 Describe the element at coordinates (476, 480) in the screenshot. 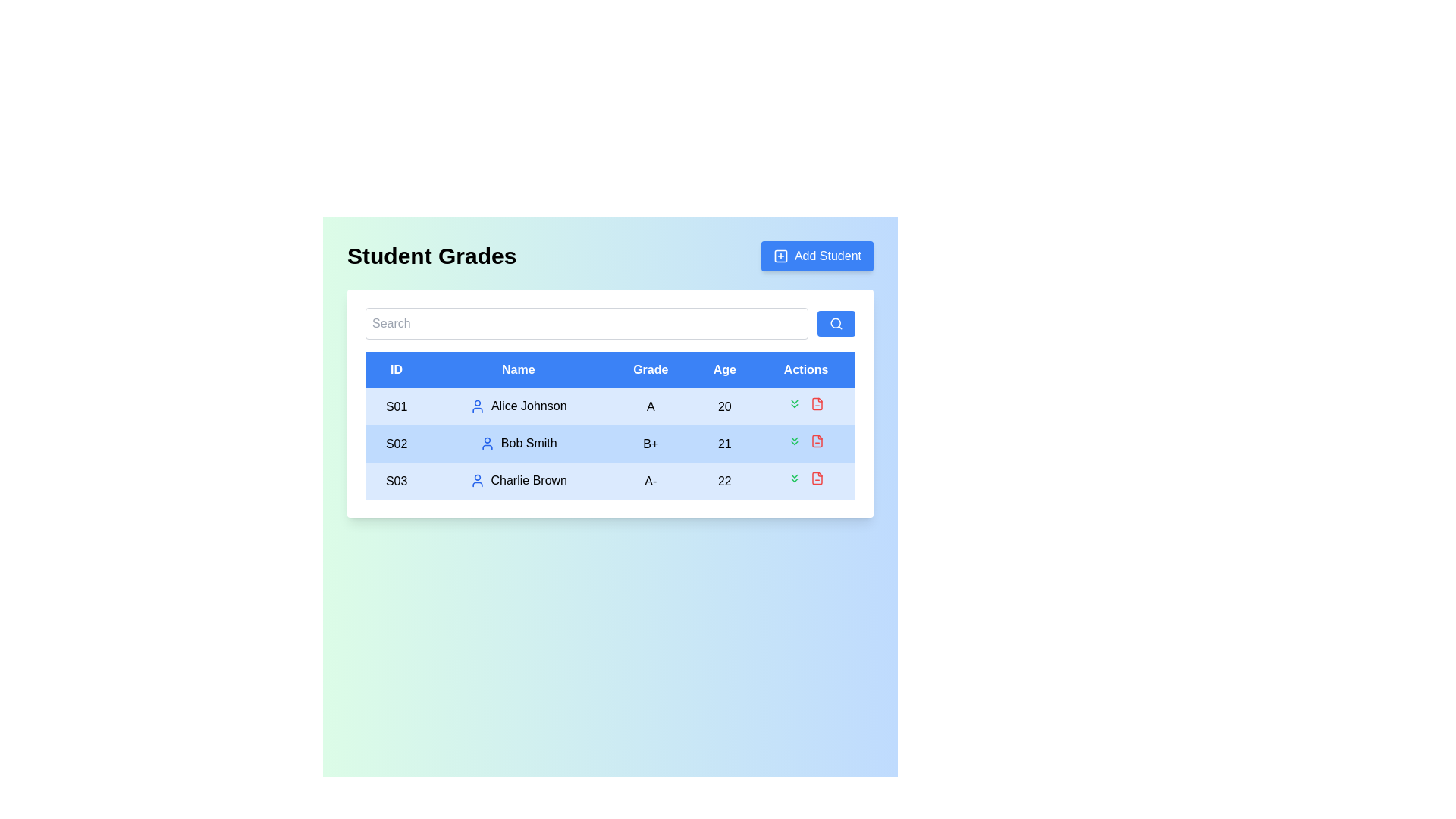

I see `the Icon representing 'Charlie Brown' located in the third row of the table, to the left of the text 'Charlie Brown'` at that location.